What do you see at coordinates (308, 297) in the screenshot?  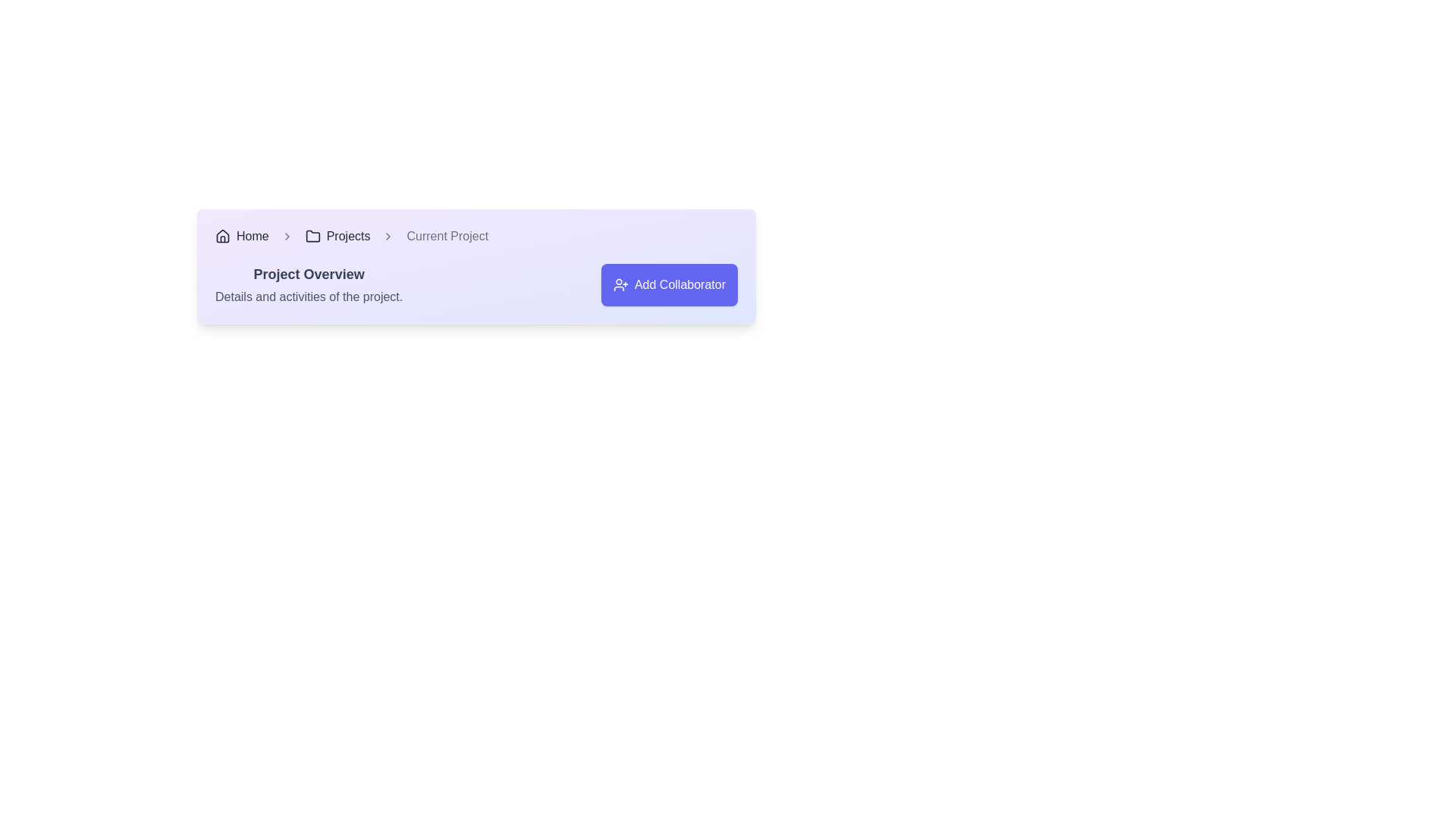 I see `the informational Text Label located beneath the 'Project Overview' heading, which provides context about the section` at bounding box center [308, 297].